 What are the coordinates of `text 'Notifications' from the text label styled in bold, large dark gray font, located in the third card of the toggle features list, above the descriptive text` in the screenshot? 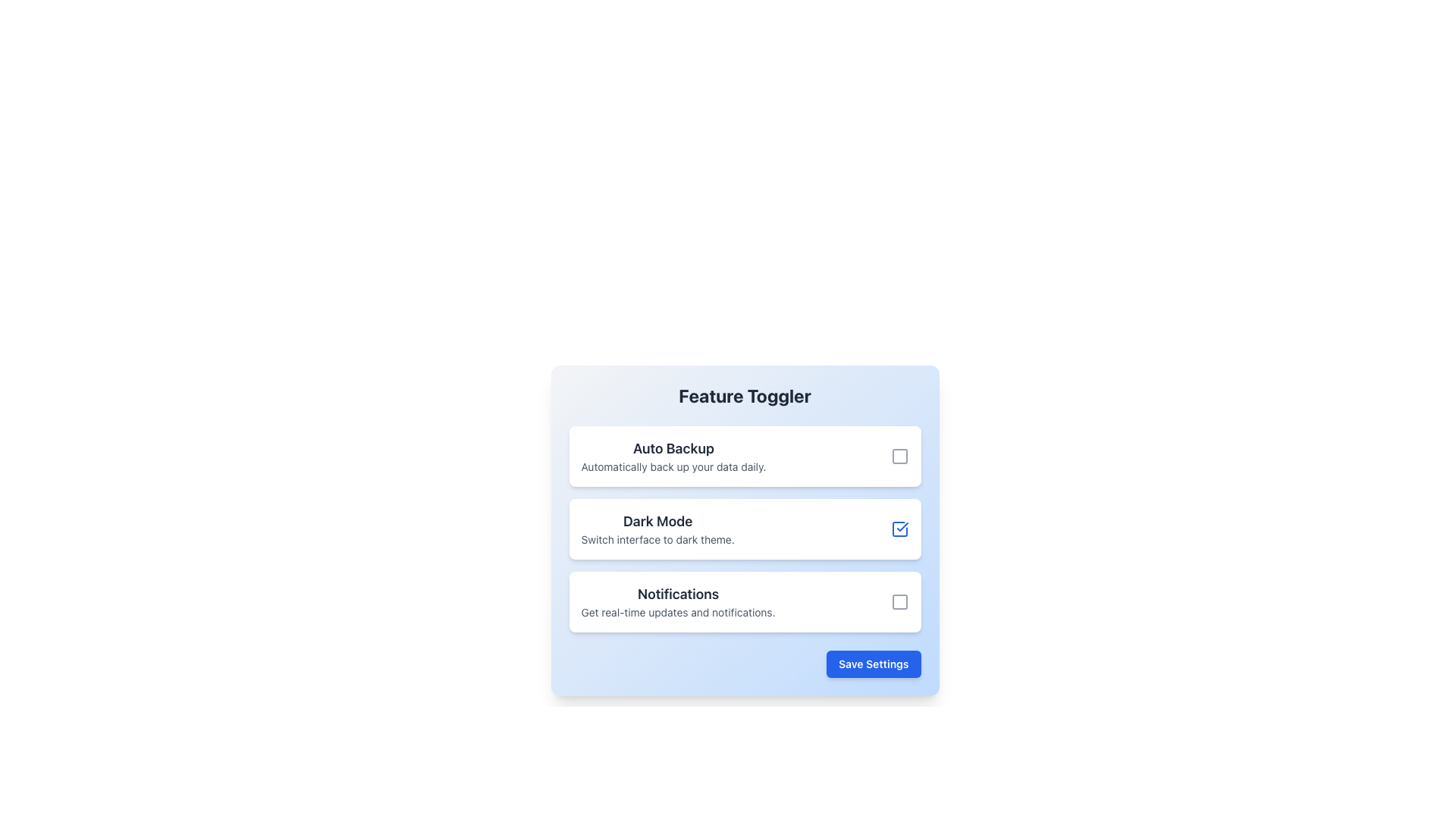 It's located at (677, 593).